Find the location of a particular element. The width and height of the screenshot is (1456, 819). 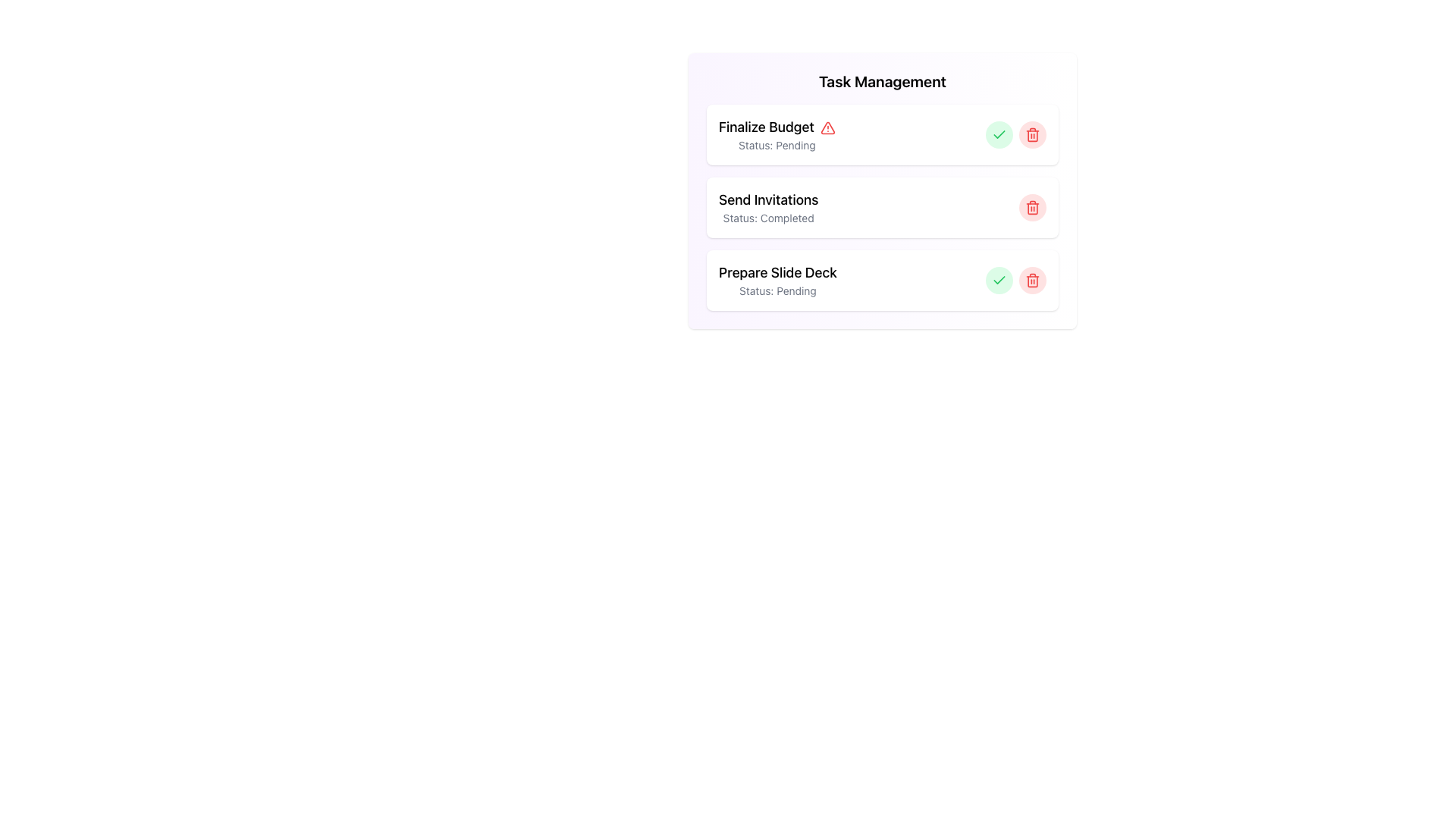

the Text Display Component displaying 'Send Invitations' and 'Status: Completed' in the Task Management section is located at coordinates (768, 207).